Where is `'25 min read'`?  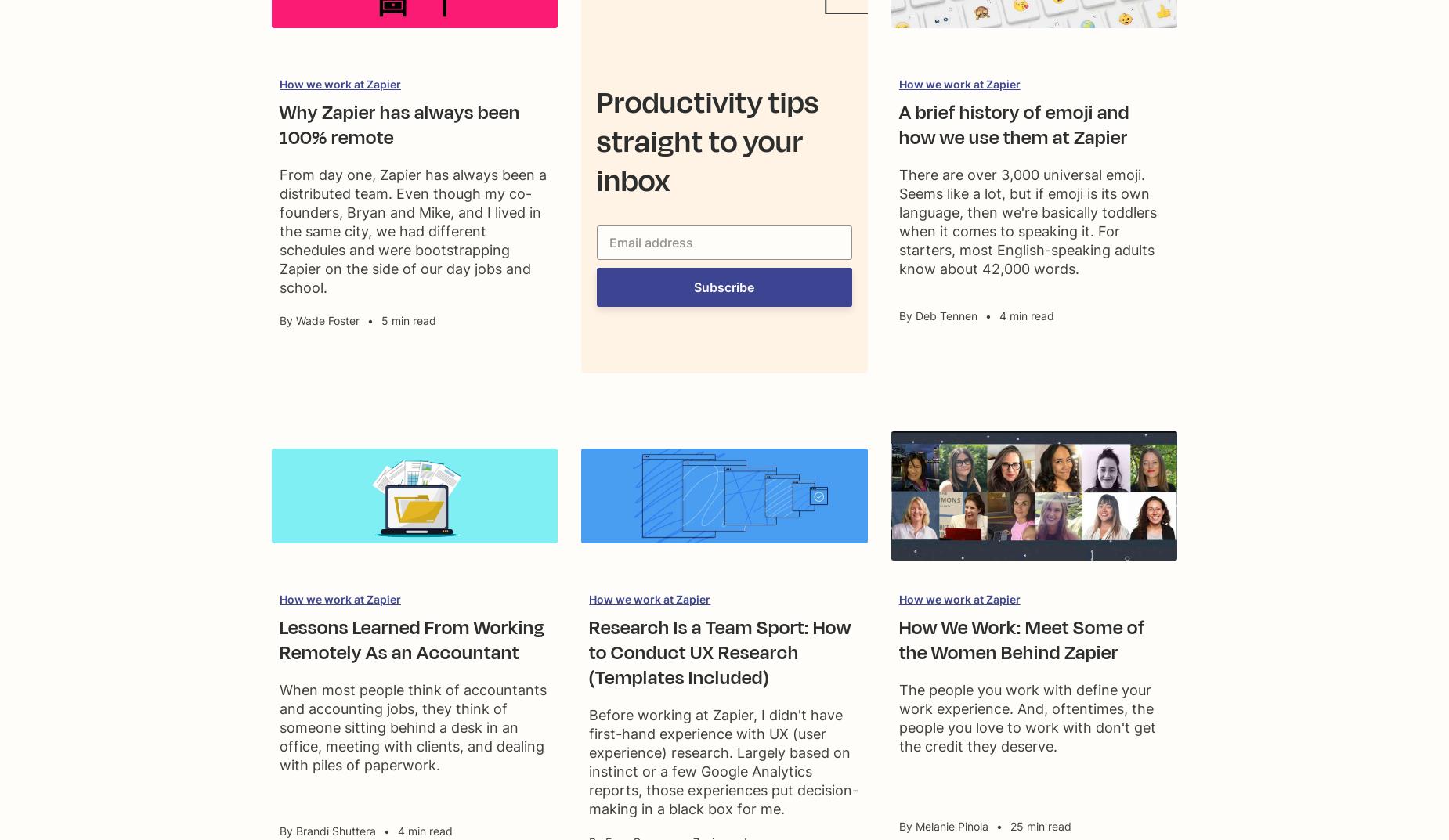
'25 min read' is located at coordinates (1039, 826).